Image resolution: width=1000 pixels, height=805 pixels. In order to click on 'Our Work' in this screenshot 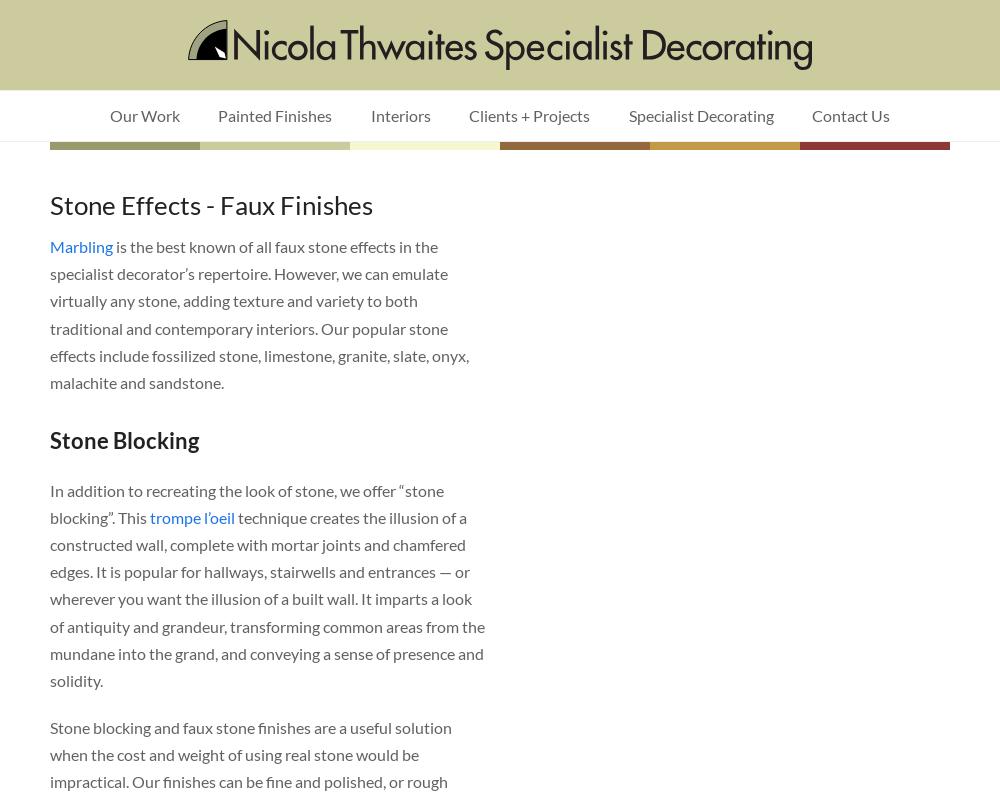, I will do `click(144, 115)`.